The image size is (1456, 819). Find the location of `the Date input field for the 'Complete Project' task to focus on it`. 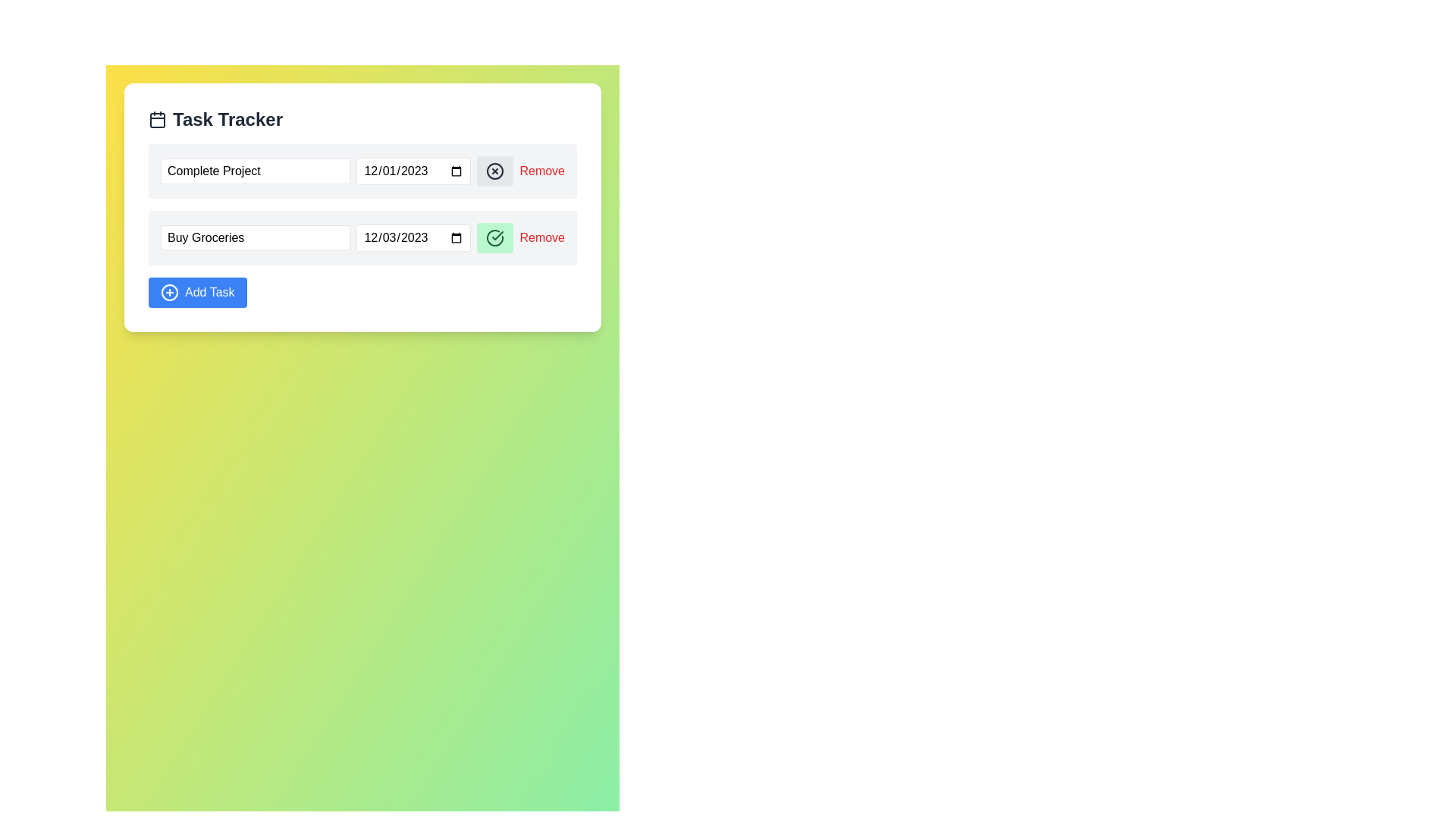

the Date input field for the 'Complete Project' task to focus on it is located at coordinates (413, 171).